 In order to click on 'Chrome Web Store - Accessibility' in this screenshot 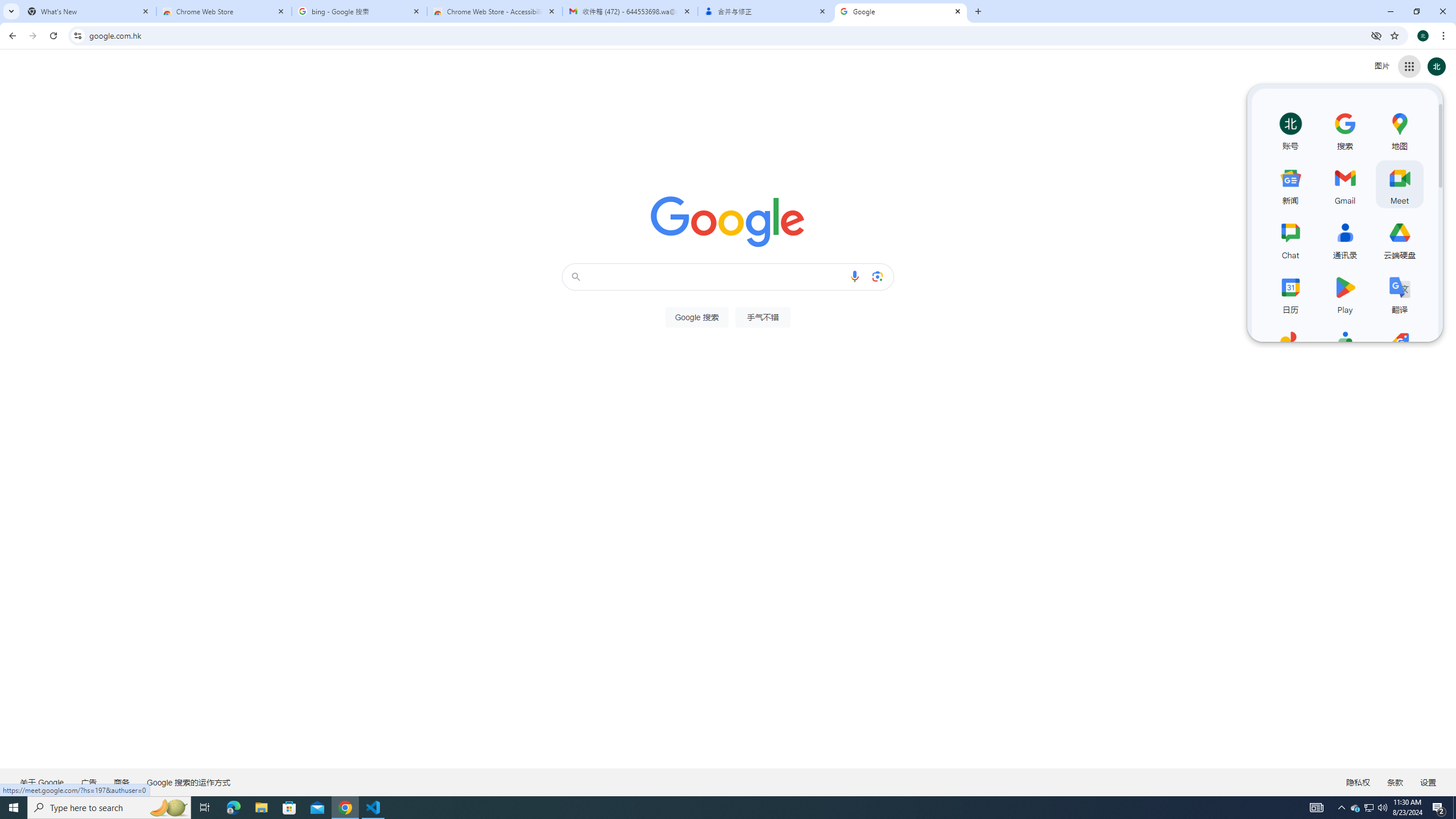, I will do `click(494, 11)`.